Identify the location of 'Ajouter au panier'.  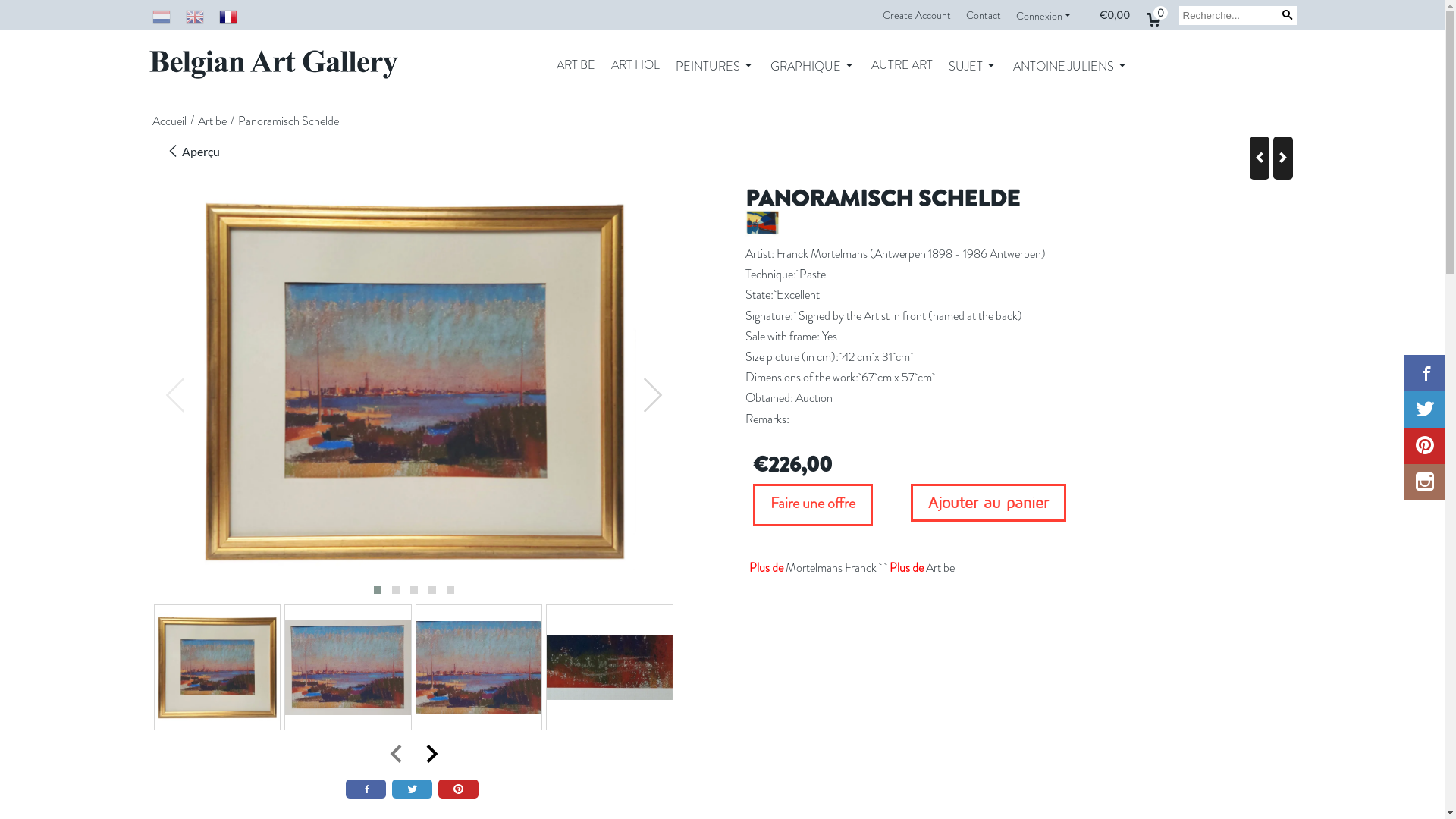
(988, 503).